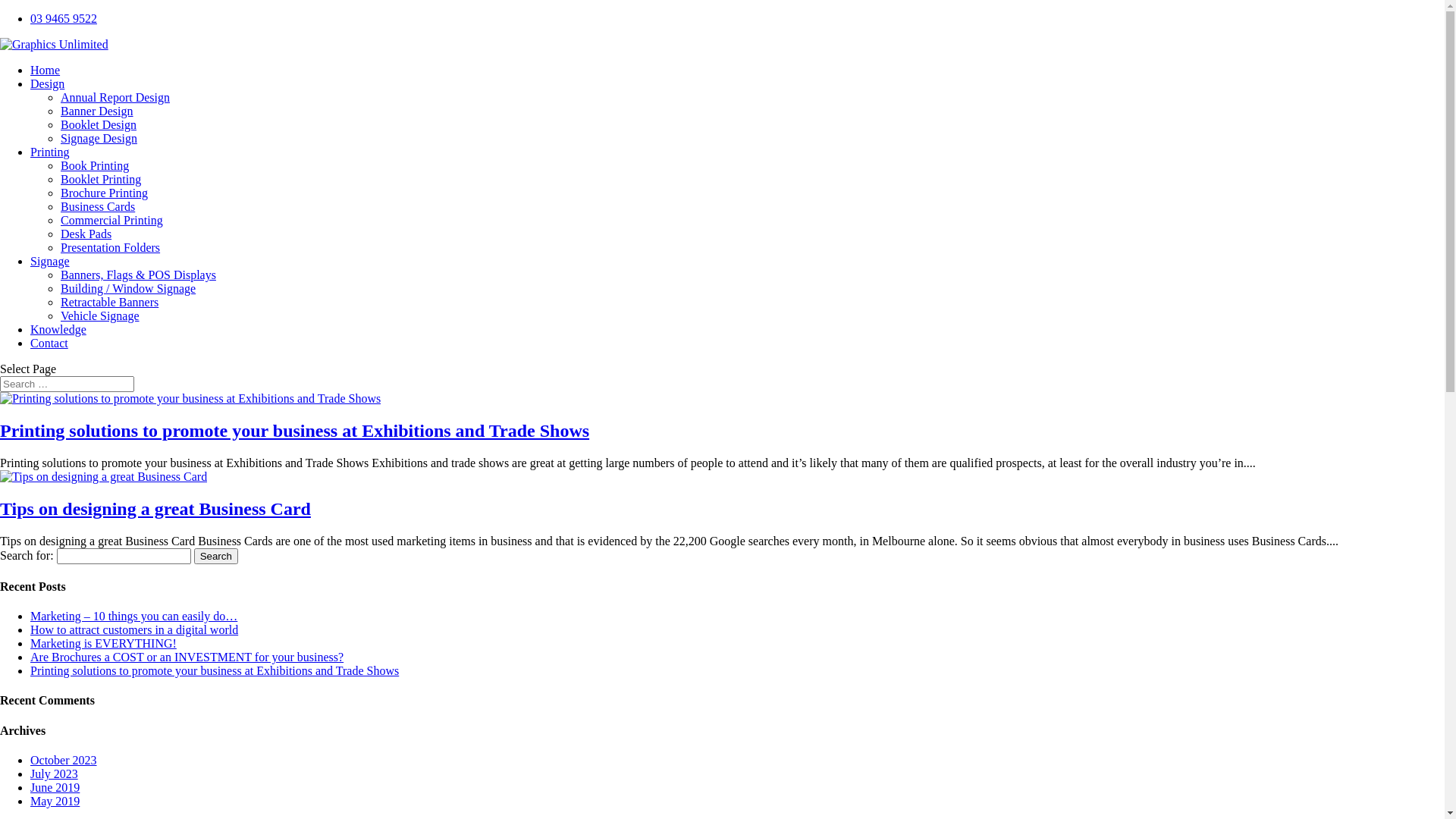 The width and height of the screenshot is (1456, 819). What do you see at coordinates (62, 18) in the screenshot?
I see `'03 9465 9522'` at bounding box center [62, 18].